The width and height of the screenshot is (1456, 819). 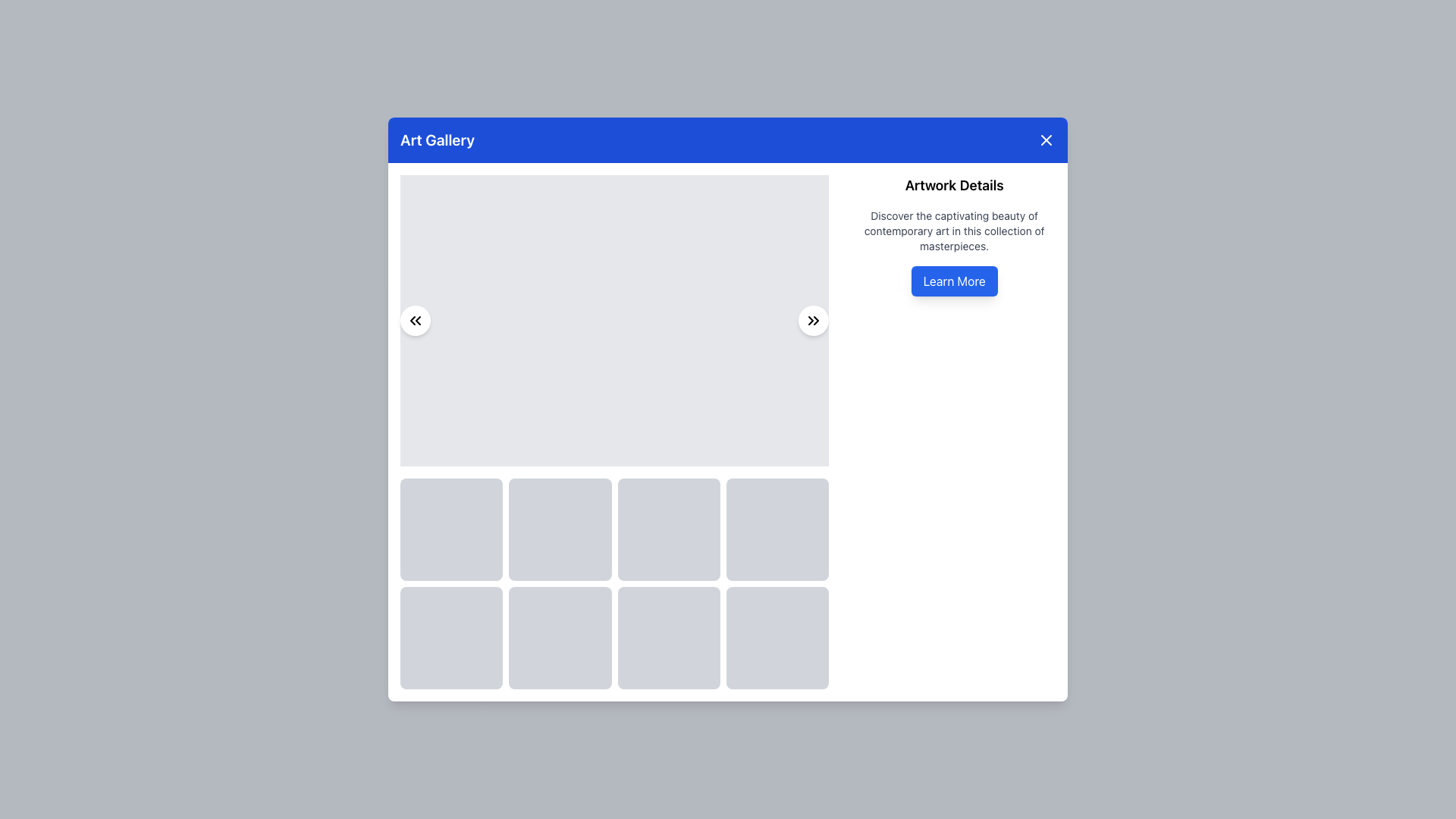 I want to click on the 'Learn More' button with a blue background located in the 'Artwork Details' section, so click(x=953, y=281).